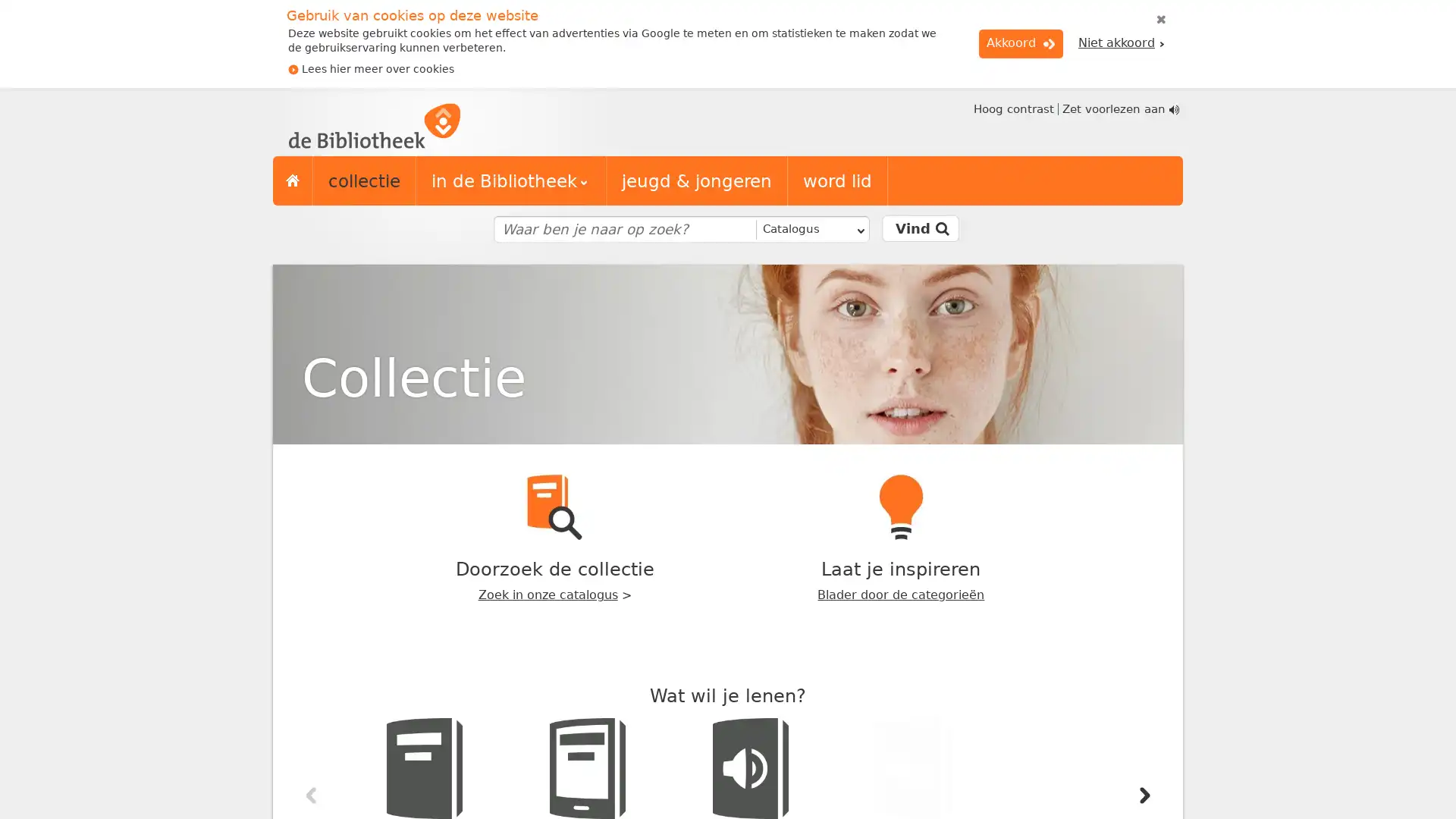 This screenshot has height=819, width=1456. What do you see at coordinates (919, 228) in the screenshot?
I see `Vind` at bounding box center [919, 228].